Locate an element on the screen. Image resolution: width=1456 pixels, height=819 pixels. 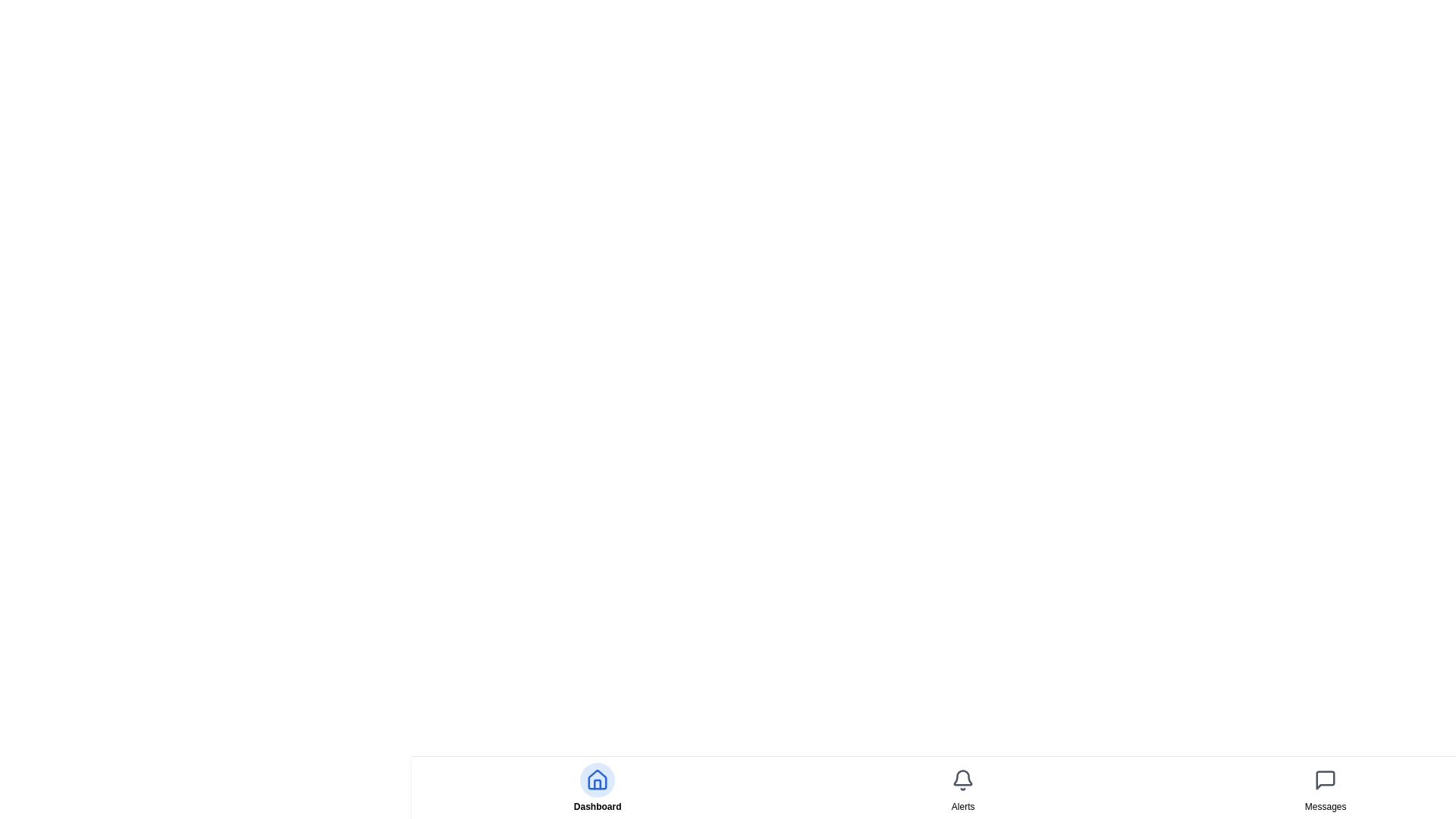
the tab labeled Dashboard is located at coordinates (597, 806).